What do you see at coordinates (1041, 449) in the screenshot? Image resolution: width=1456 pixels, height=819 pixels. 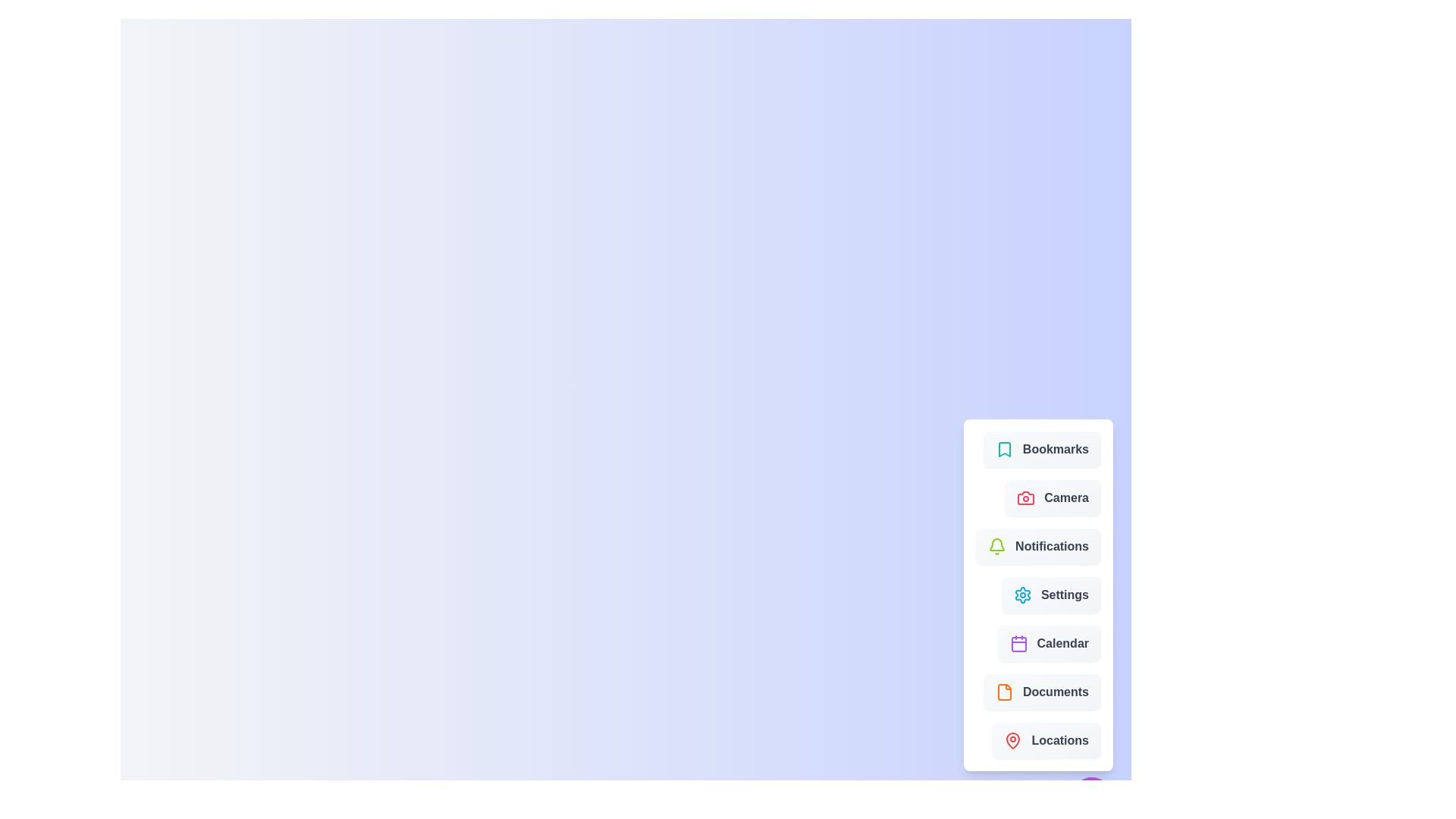 I see `the menu item corresponding to Bookmarks to activate its action` at bounding box center [1041, 449].